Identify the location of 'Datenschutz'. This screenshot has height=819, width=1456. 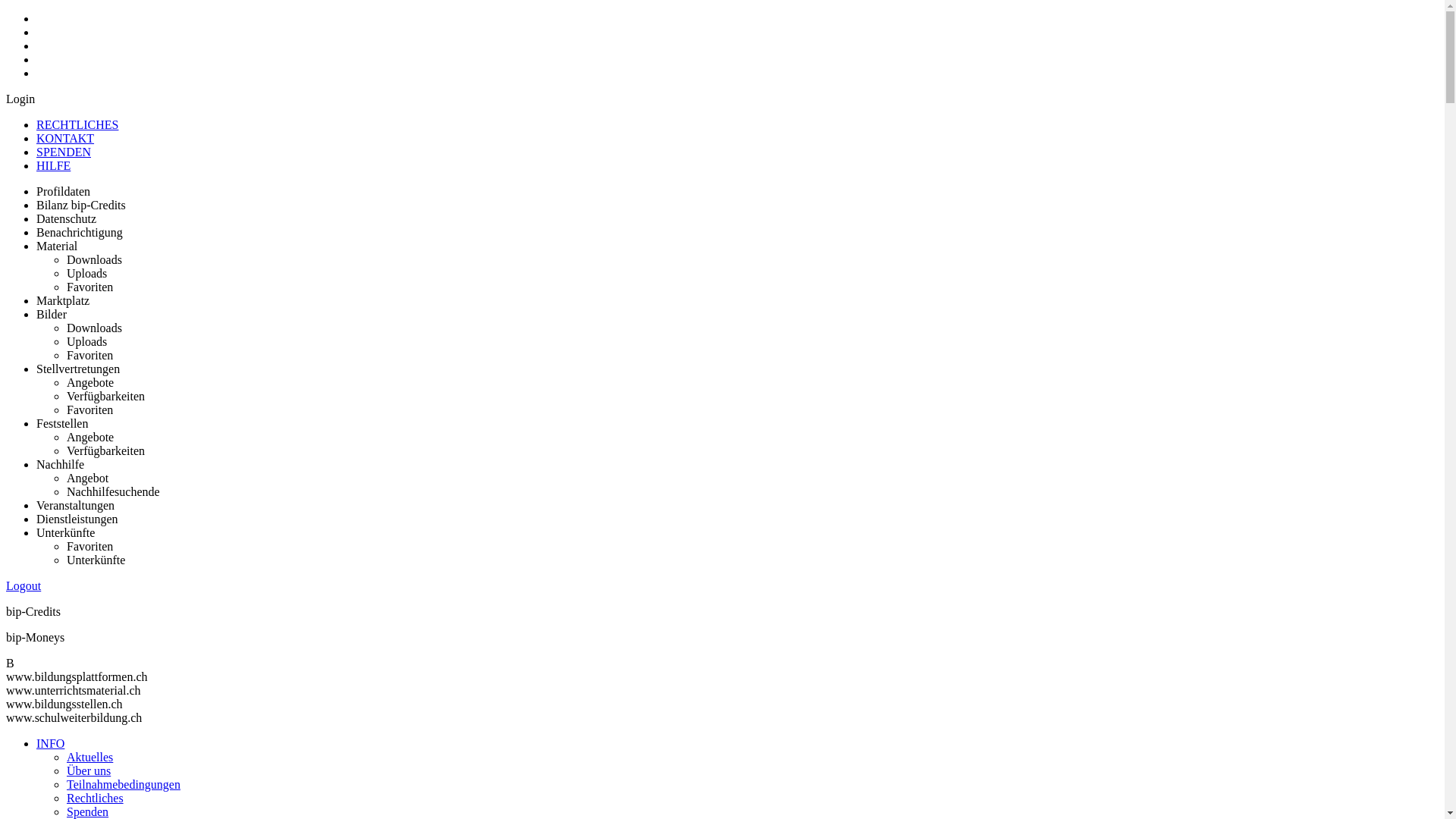
(65, 218).